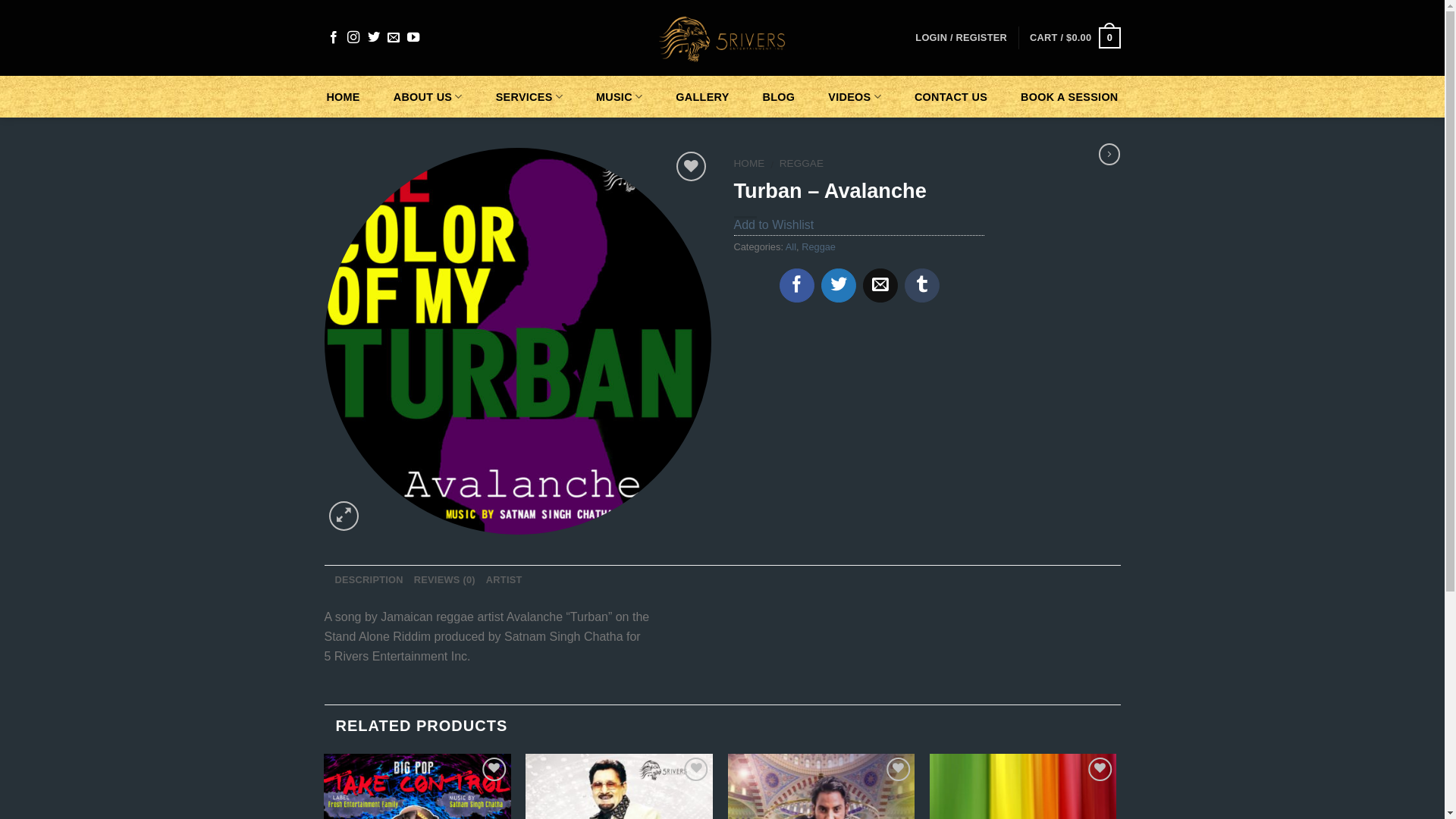 The width and height of the screenshot is (1456, 819). What do you see at coordinates (369, 579) in the screenshot?
I see `'DESCRIPTION'` at bounding box center [369, 579].